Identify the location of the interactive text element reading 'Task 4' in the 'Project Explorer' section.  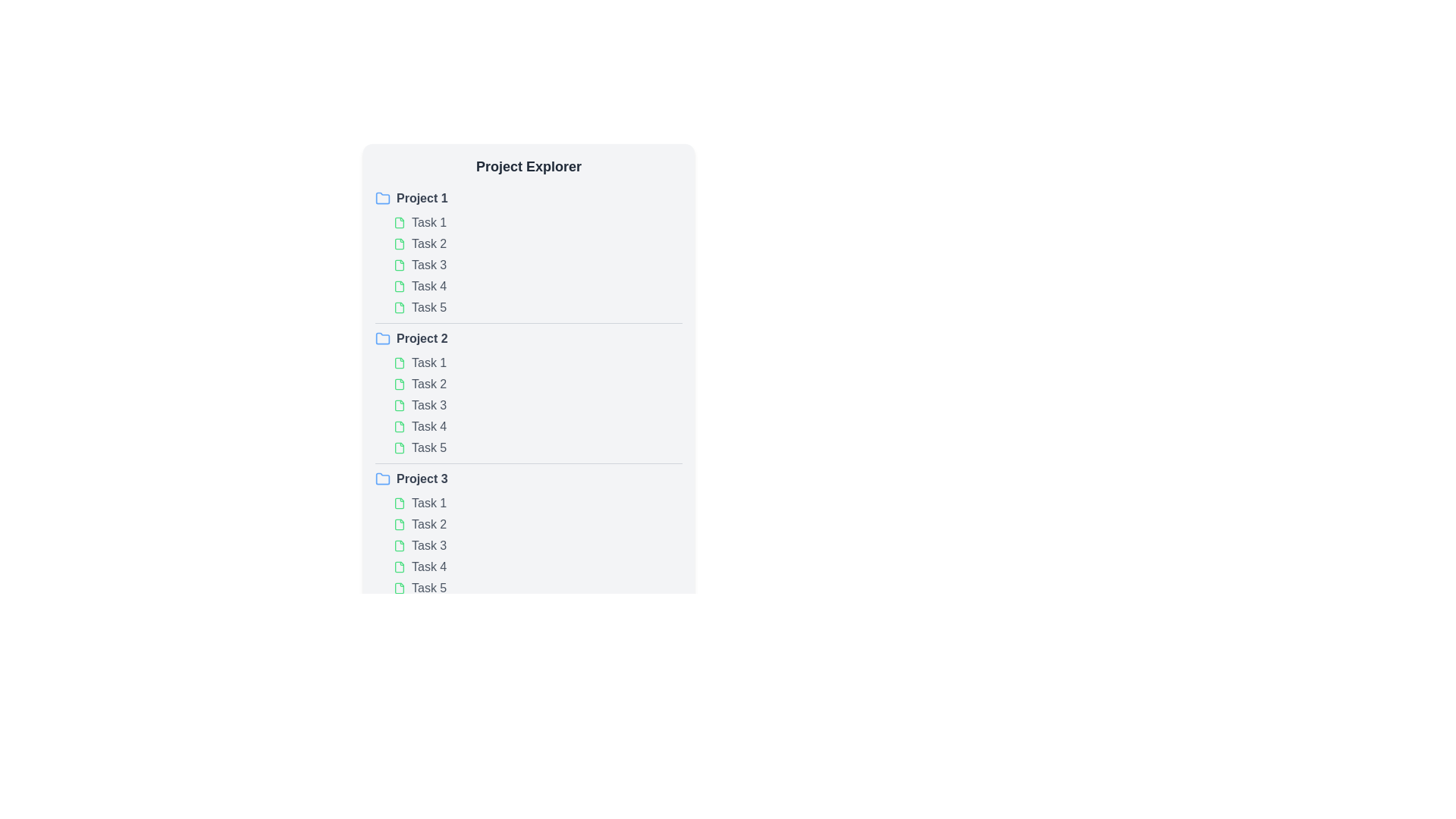
(428, 427).